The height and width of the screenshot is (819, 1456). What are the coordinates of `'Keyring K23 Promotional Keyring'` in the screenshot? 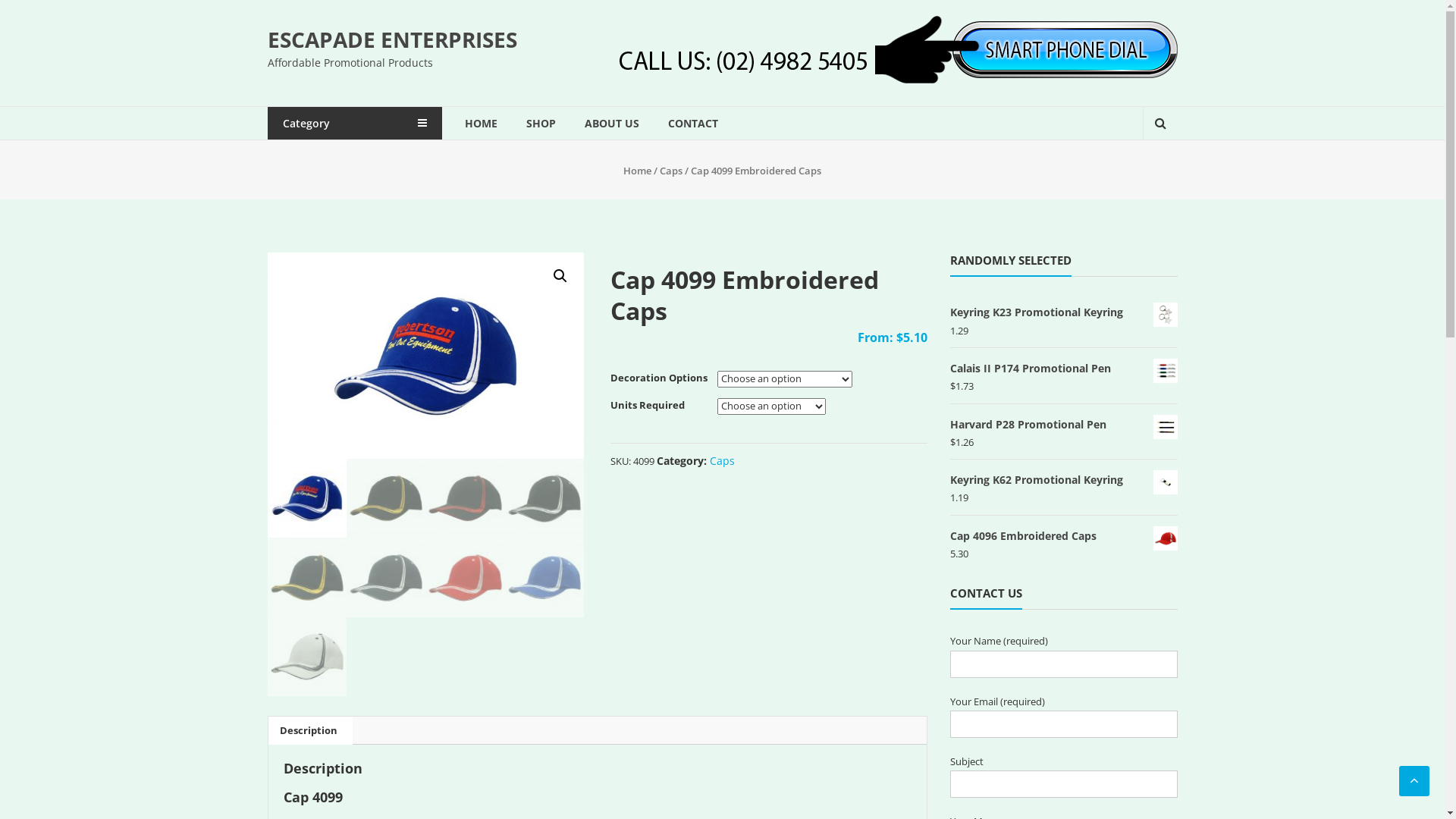 It's located at (1062, 311).